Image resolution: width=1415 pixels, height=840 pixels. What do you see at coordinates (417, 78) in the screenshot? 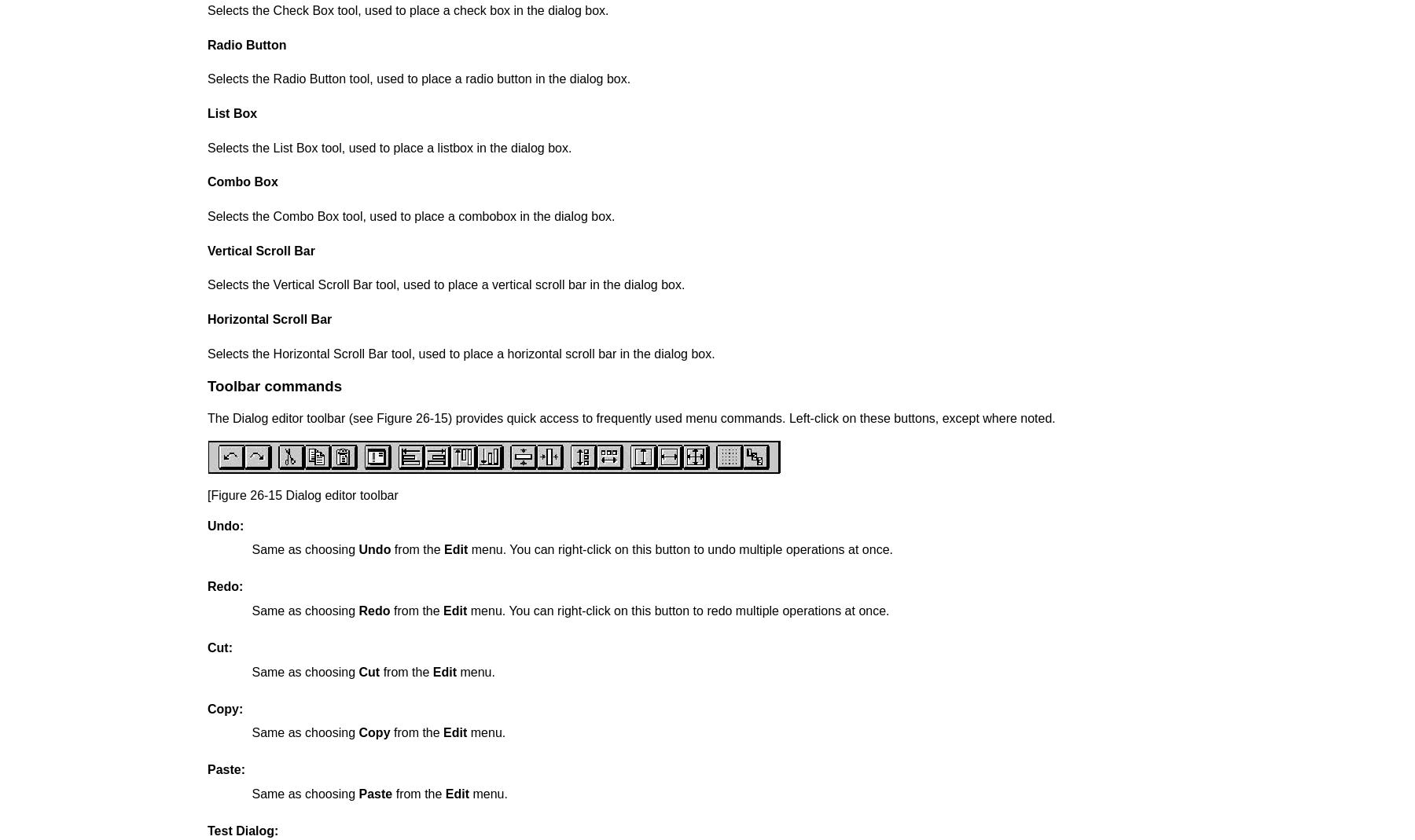
I see `'Selects the Radio Button tool, used to place a radio button in the 
dialog box.'` at bounding box center [417, 78].